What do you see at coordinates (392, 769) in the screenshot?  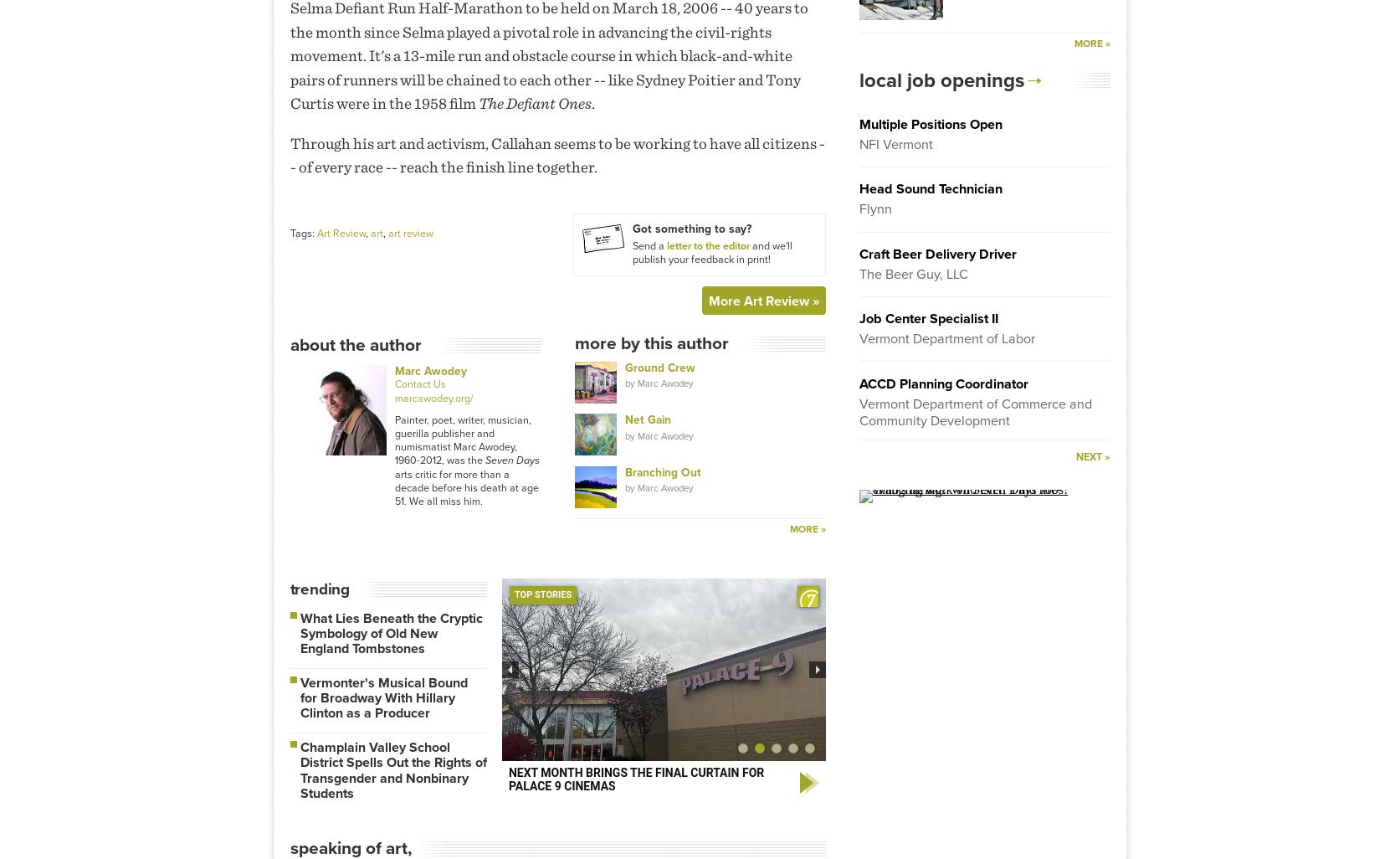 I see `'Champlain Valley School District Spells Out the Rights of Transgender and Nonbinary Students'` at bounding box center [392, 769].